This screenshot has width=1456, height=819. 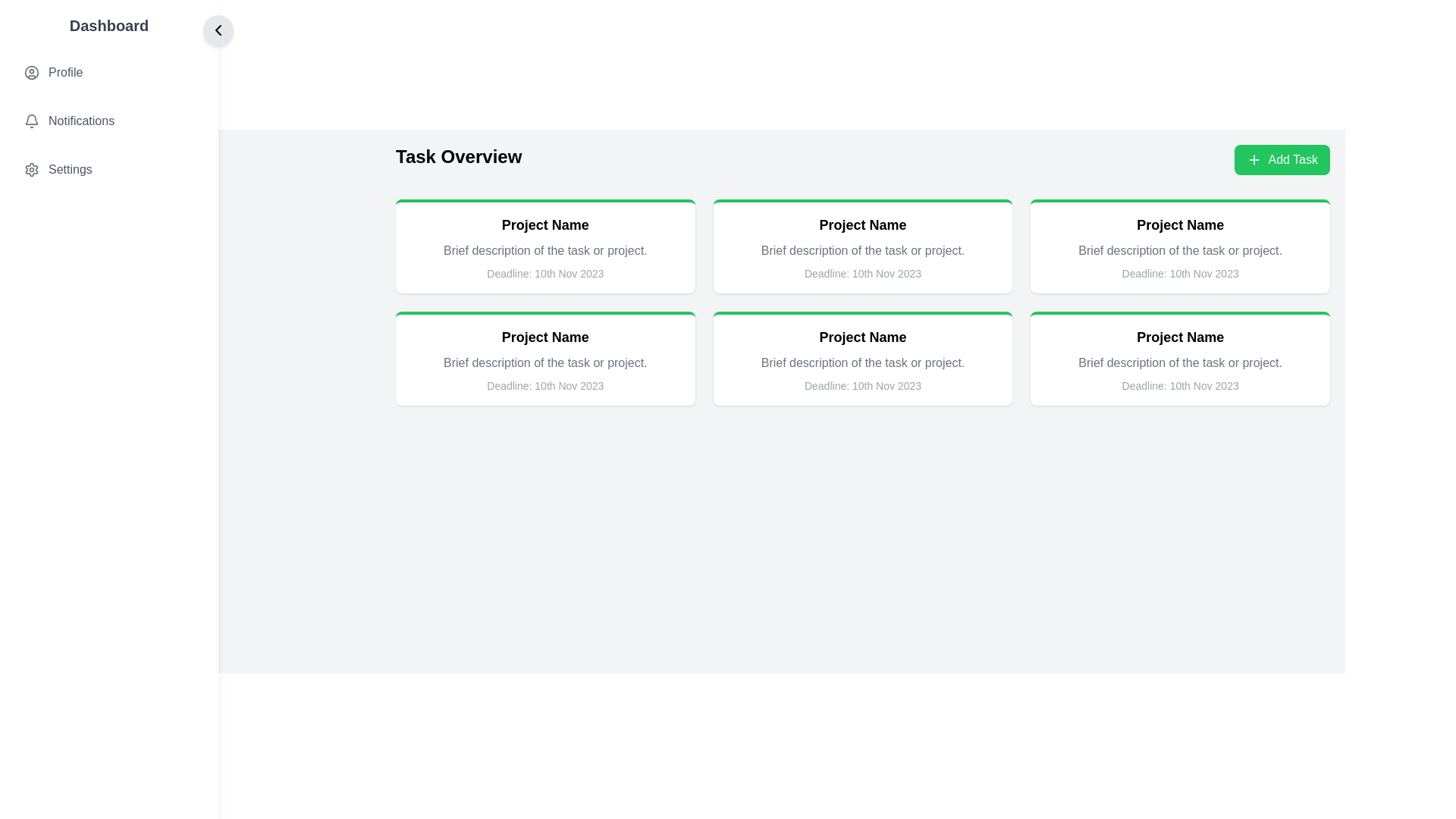 I want to click on title text element located at the top of the project card in the second row, first column of the grid layout, so click(x=545, y=336).